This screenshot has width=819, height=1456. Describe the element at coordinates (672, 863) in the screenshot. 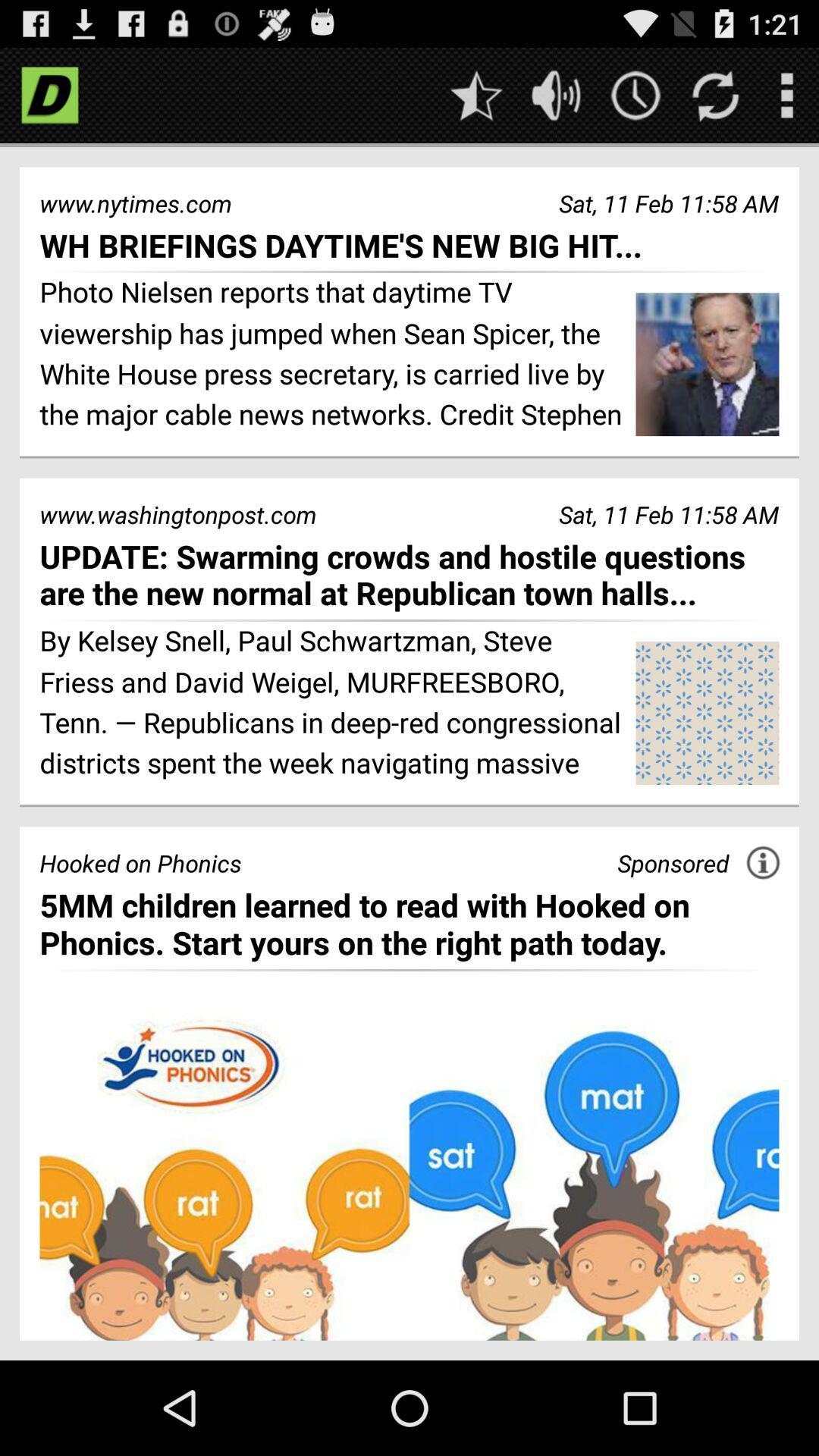

I see `the item above 5mm children learned icon` at that location.